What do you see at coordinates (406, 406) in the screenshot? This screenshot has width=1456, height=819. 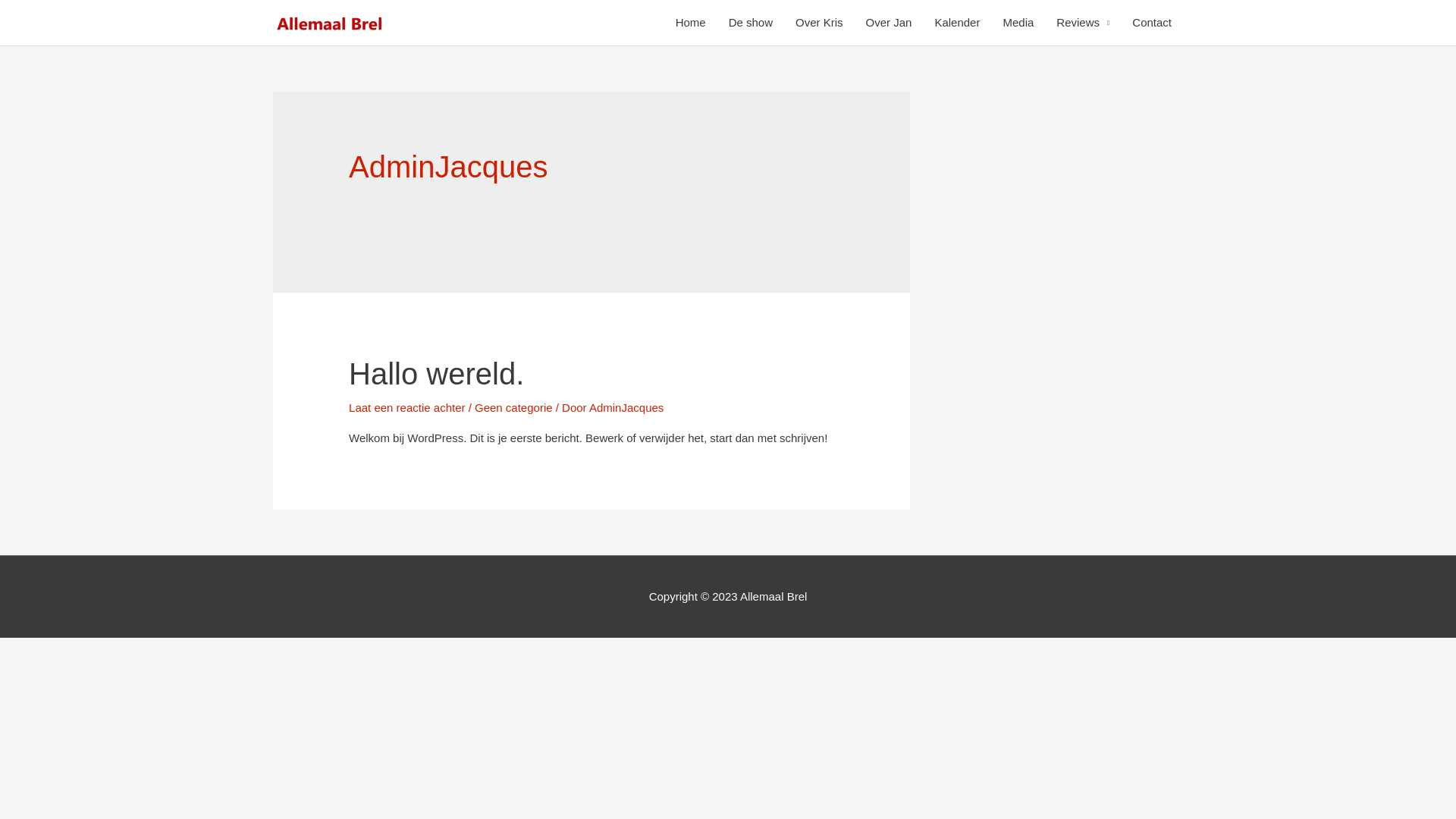 I see `'Laat een reactie achter'` at bounding box center [406, 406].